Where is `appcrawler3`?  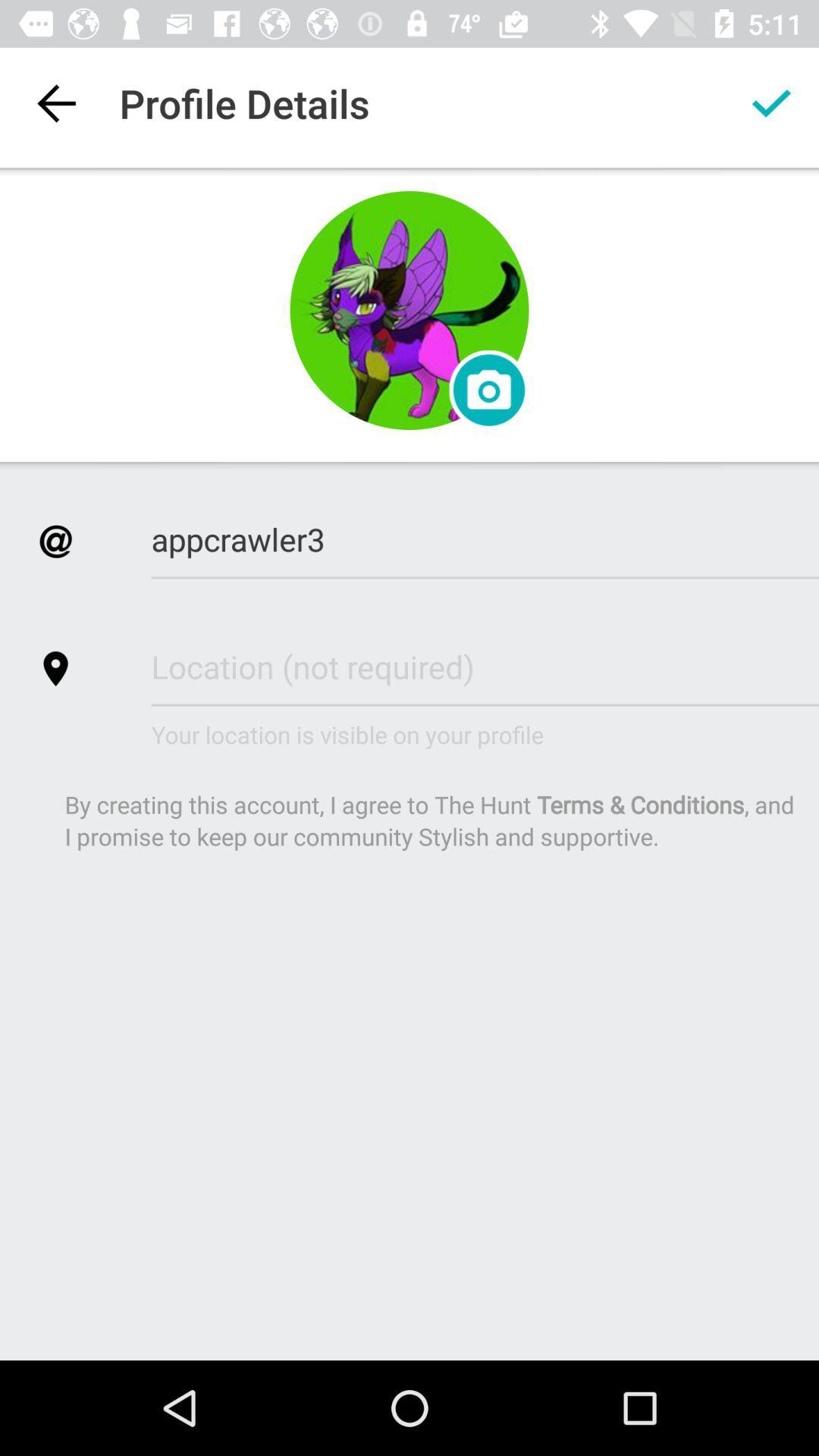 appcrawler3 is located at coordinates (485, 539).